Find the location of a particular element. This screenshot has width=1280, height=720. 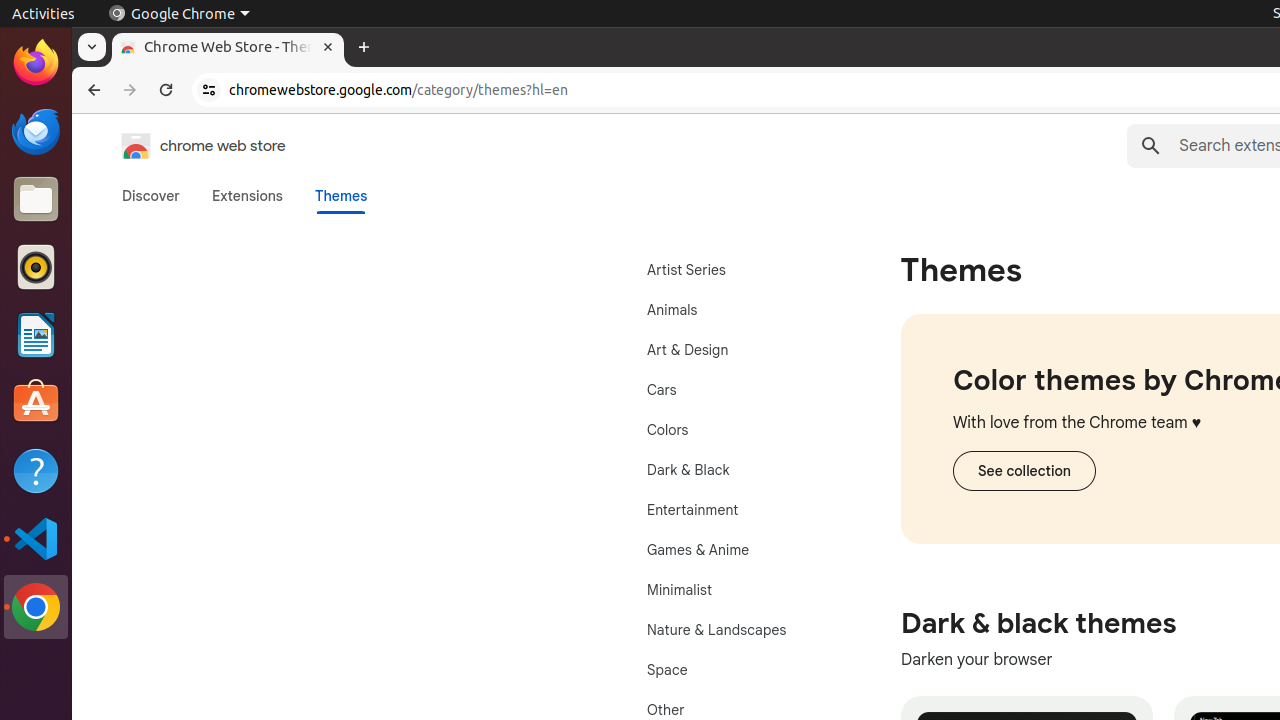

'Extensions' is located at coordinates (246, 195).